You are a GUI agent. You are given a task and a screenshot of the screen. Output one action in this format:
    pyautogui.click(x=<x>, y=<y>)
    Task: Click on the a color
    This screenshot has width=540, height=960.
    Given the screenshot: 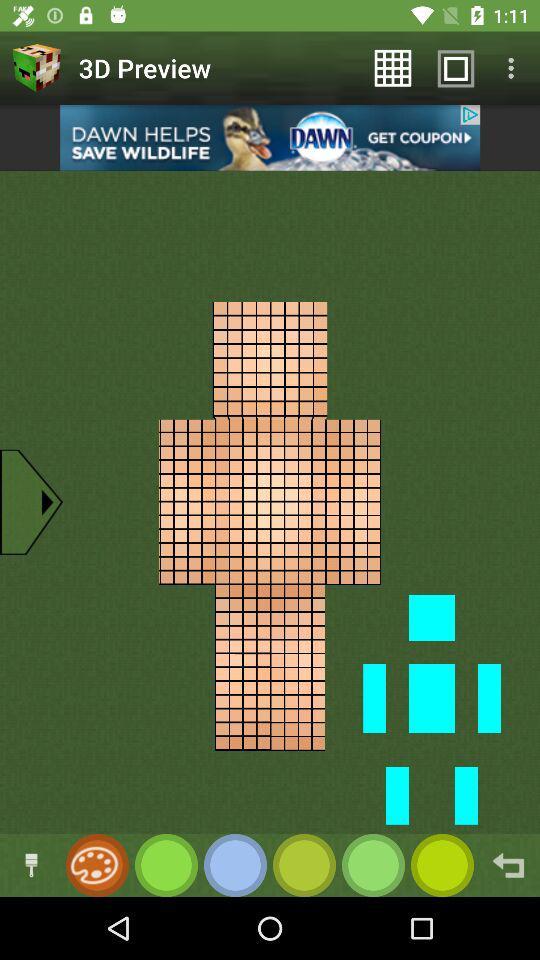 What is the action you would take?
    pyautogui.click(x=373, y=864)
    